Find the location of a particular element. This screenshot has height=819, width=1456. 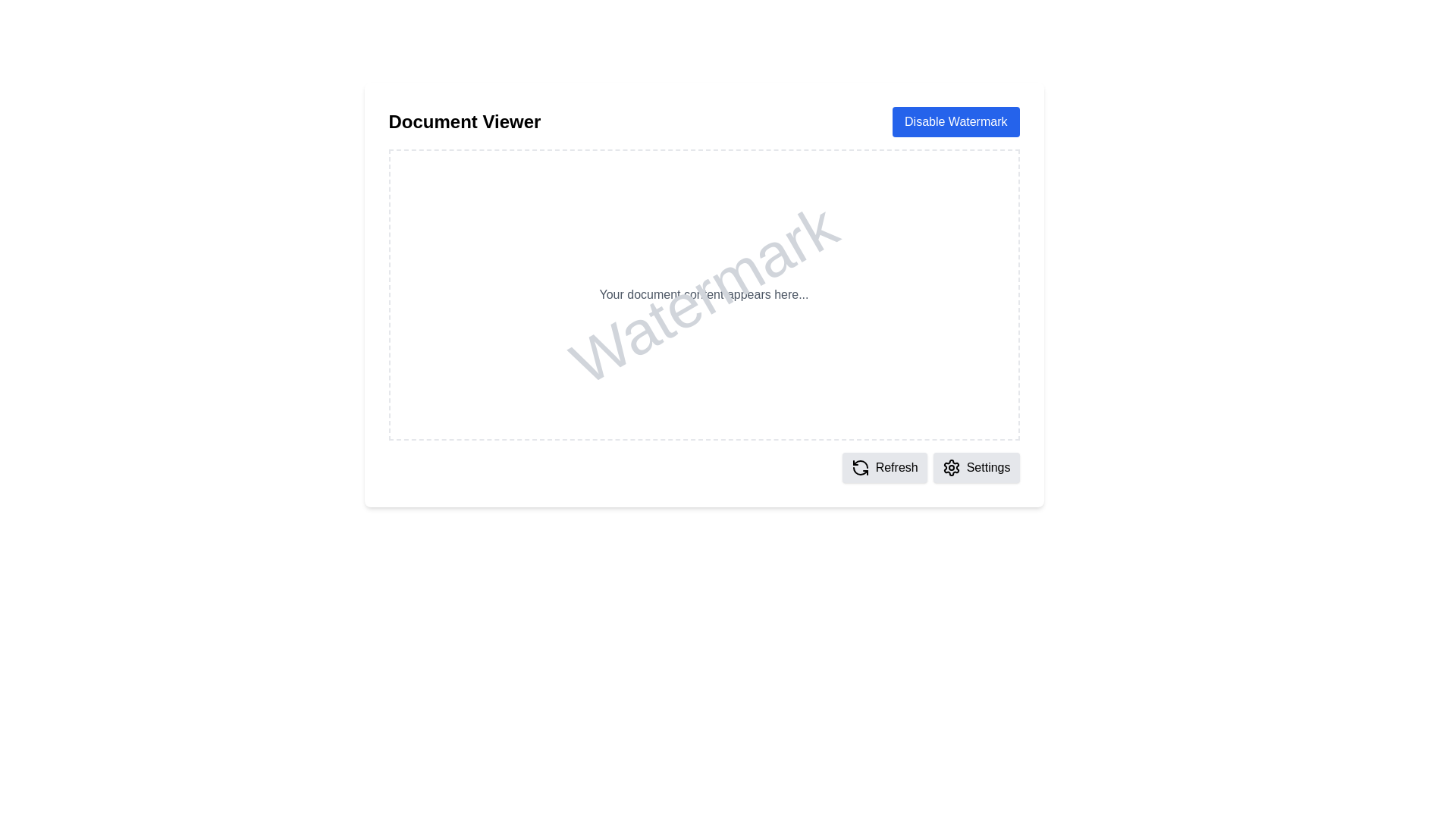

the 'Document Viewer' label, which is a prominent header displayed in bold and larger font, located in the upper left side of the interface is located at coordinates (464, 121).